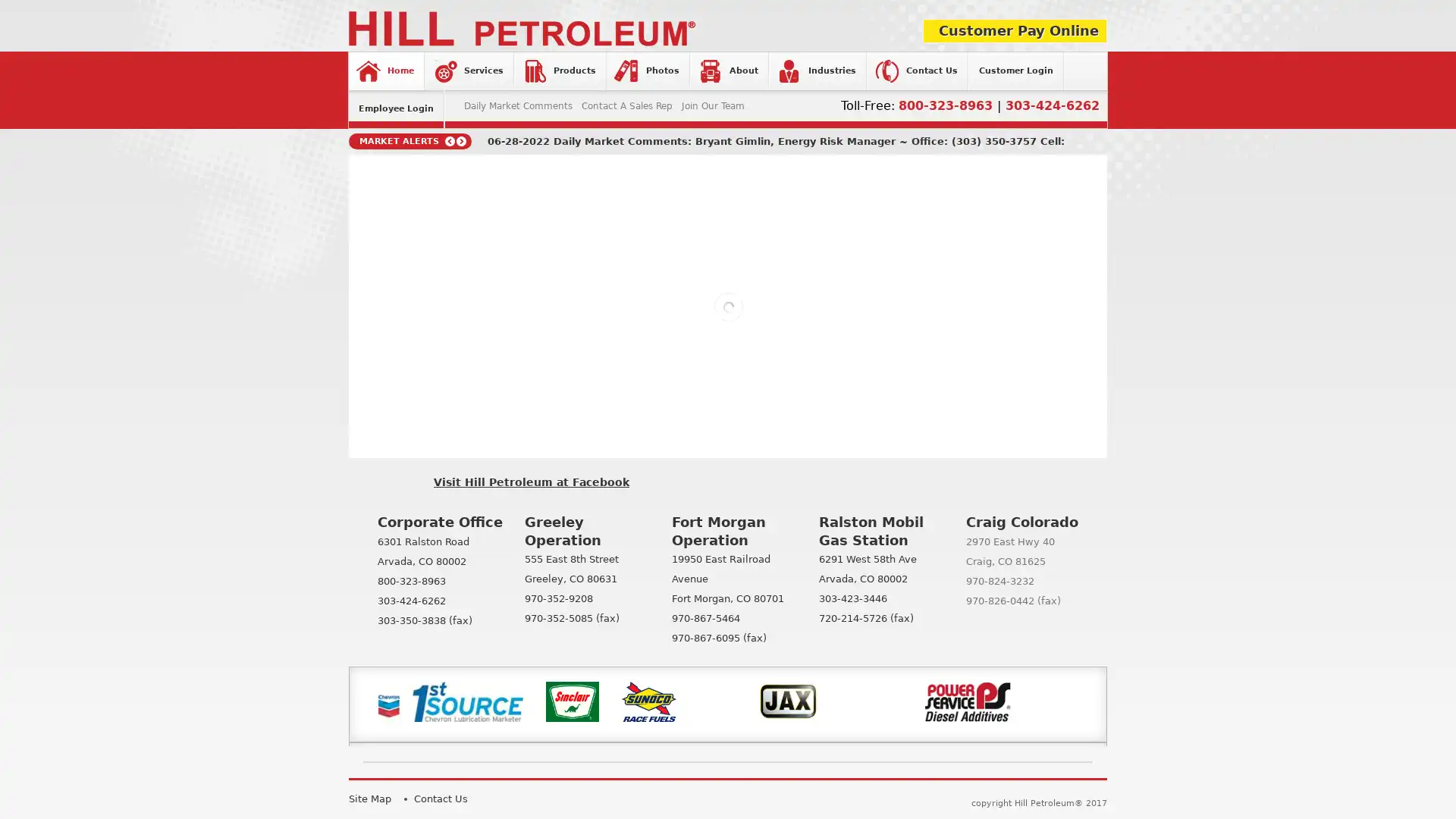 This screenshot has width=1456, height=819. I want to click on Login, so click(628, 275).